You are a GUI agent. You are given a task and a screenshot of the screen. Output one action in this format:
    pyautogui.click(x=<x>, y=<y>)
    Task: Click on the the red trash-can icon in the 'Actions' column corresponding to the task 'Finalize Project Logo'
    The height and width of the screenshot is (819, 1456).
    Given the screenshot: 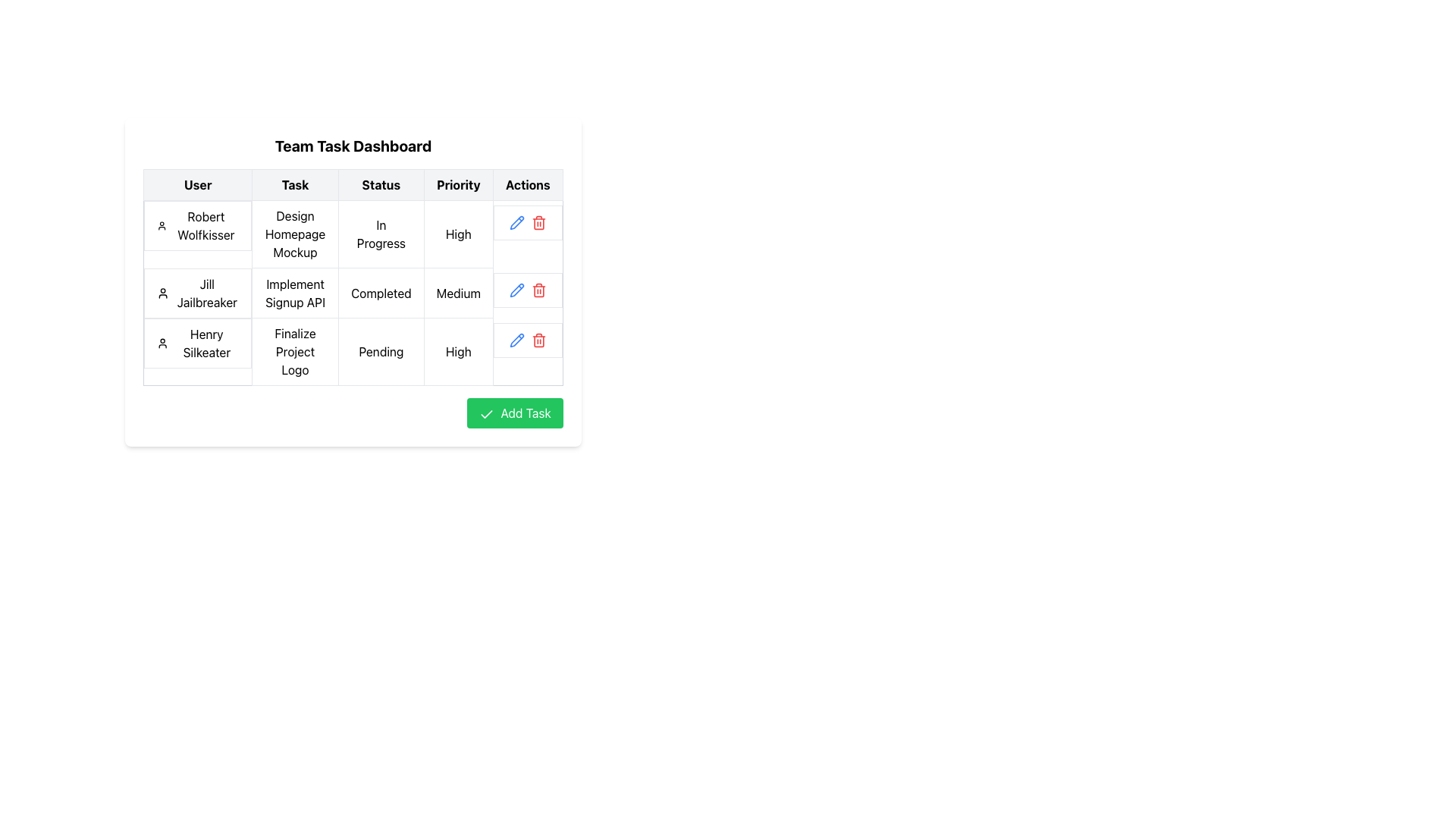 What is the action you would take?
    pyautogui.click(x=538, y=339)
    